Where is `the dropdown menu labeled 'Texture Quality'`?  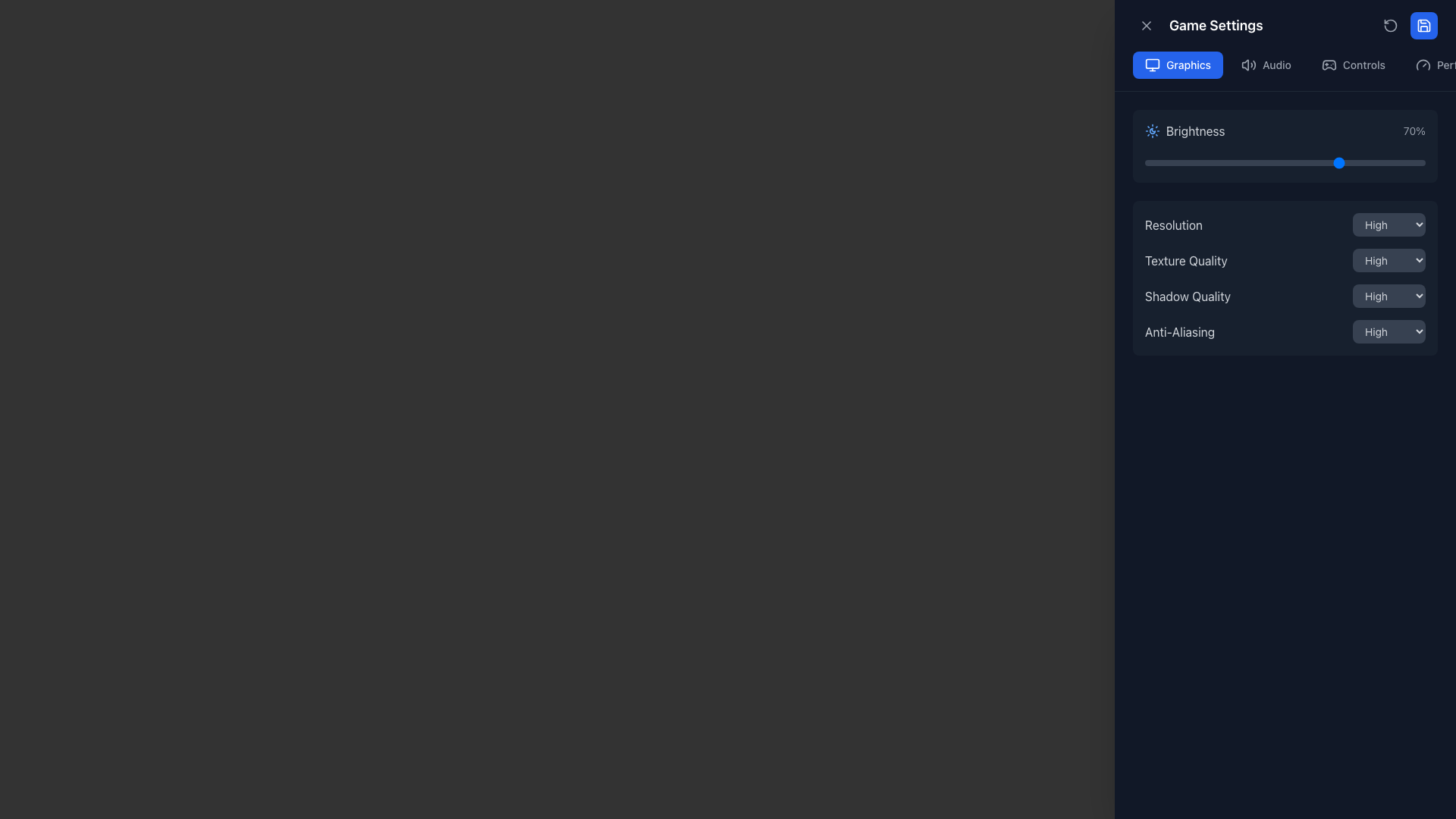 the dropdown menu labeled 'Texture Quality' is located at coordinates (1284, 259).